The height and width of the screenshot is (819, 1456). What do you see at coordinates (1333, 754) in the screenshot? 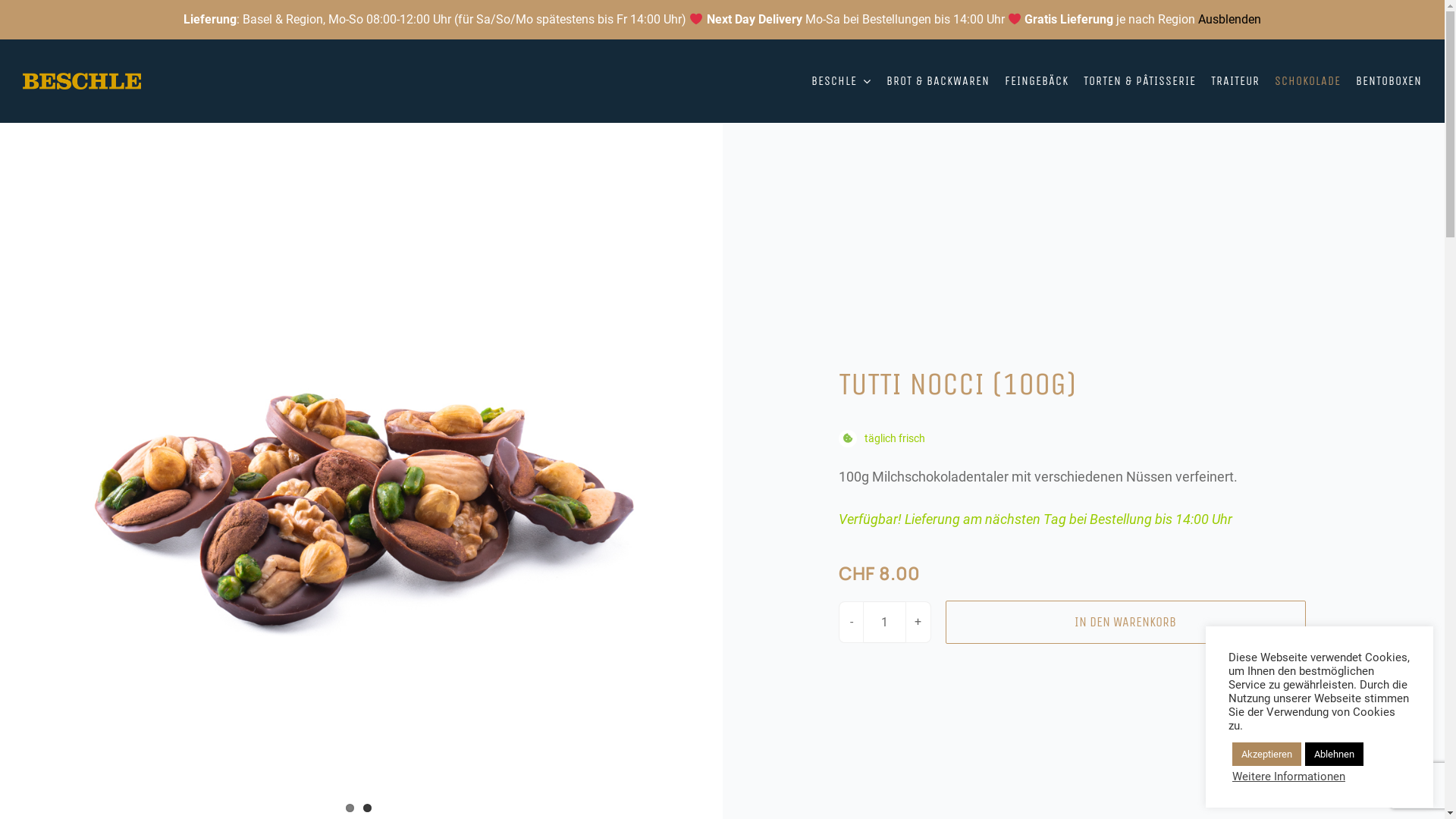
I see `'Ablehnen'` at bounding box center [1333, 754].